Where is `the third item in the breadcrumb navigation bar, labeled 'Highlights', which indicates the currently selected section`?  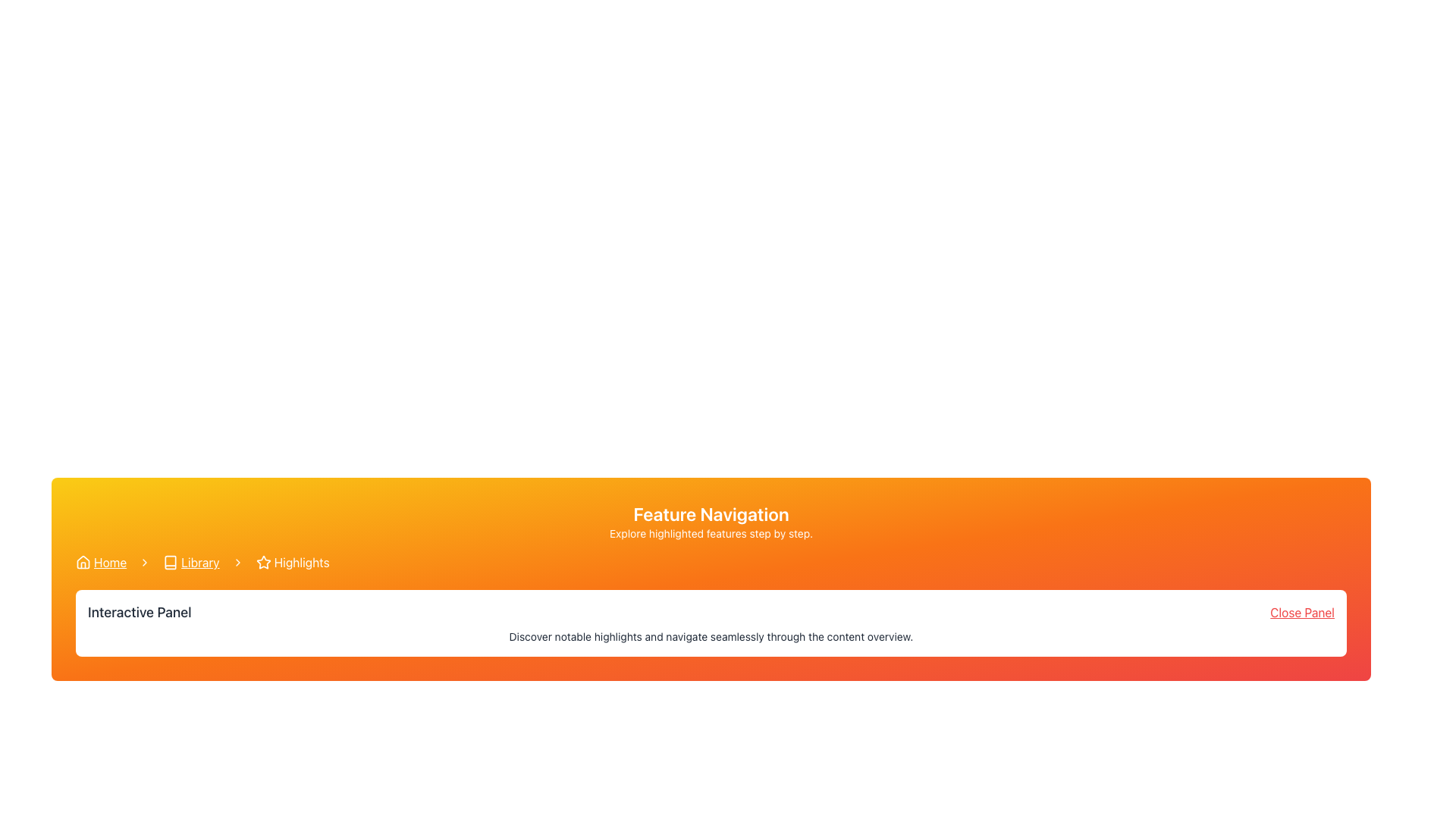 the third item in the breadcrumb navigation bar, labeled 'Highlights', which indicates the currently selected section is located at coordinates (293, 562).